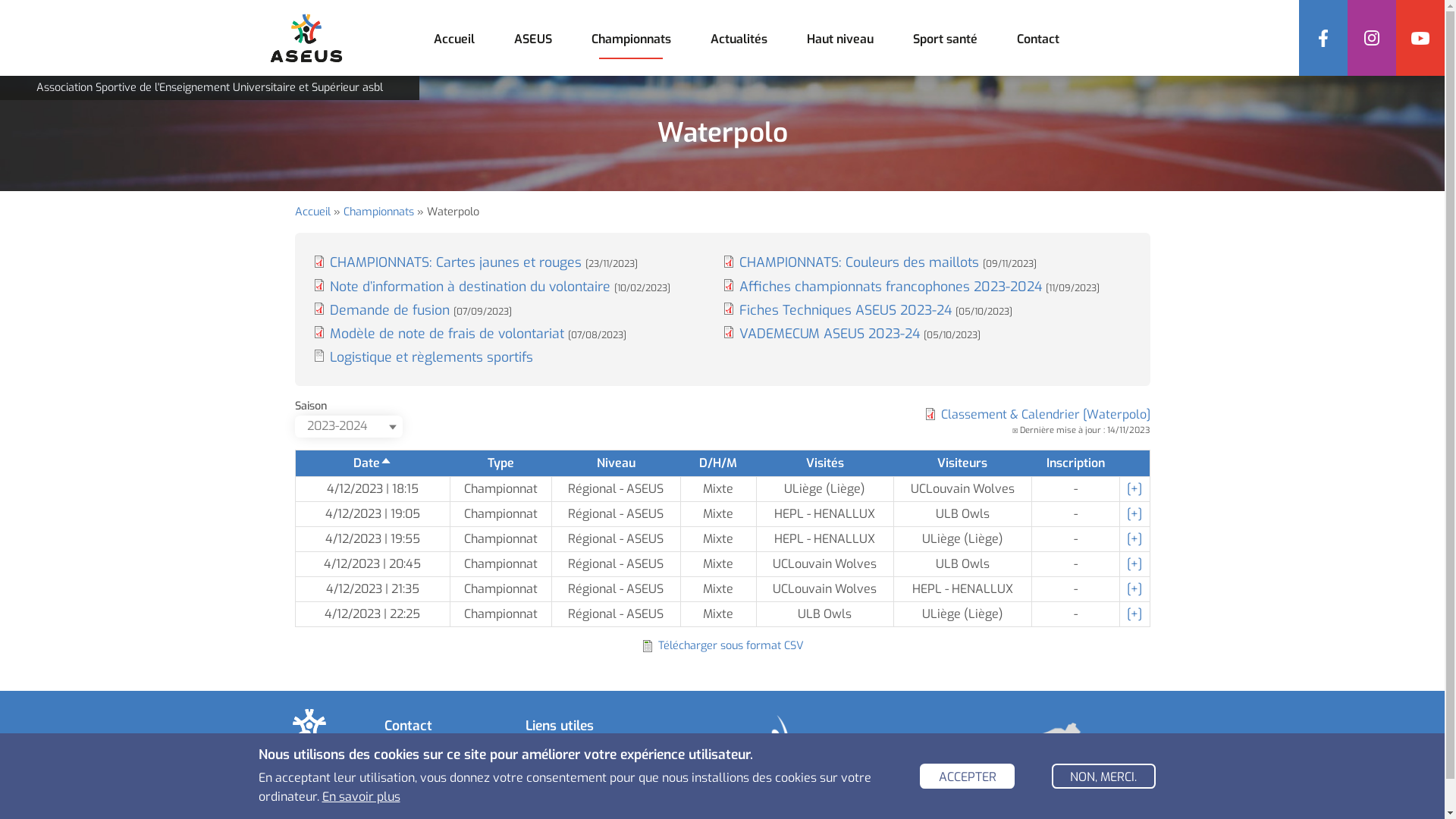 This screenshot has height=819, width=1456. Describe the element at coordinates (717, 462) in the screenshot. I see `'D/H/M'` at that location.